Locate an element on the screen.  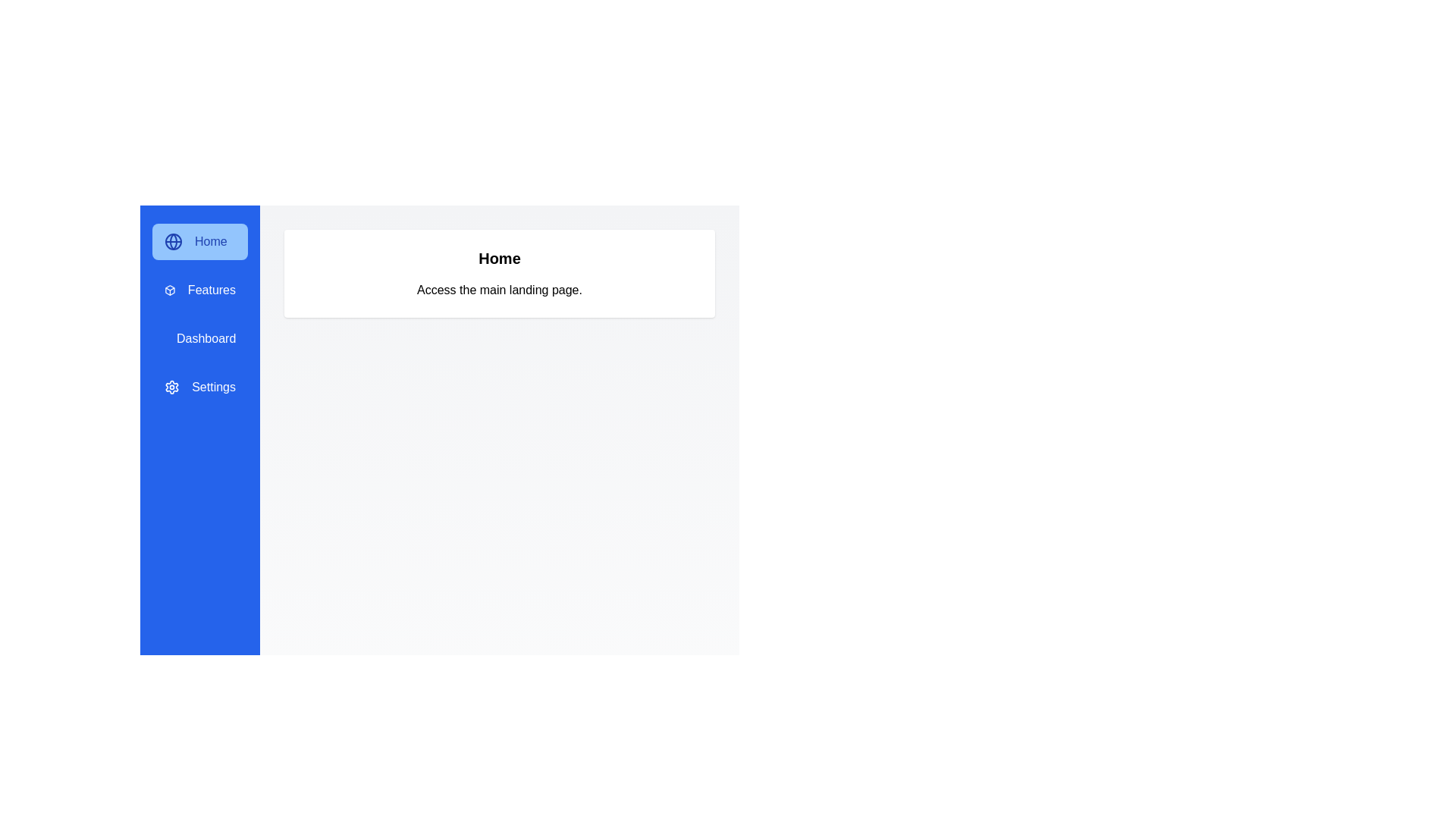
the menu option Features to display its corresponding content is located at coordinates (199, 290).